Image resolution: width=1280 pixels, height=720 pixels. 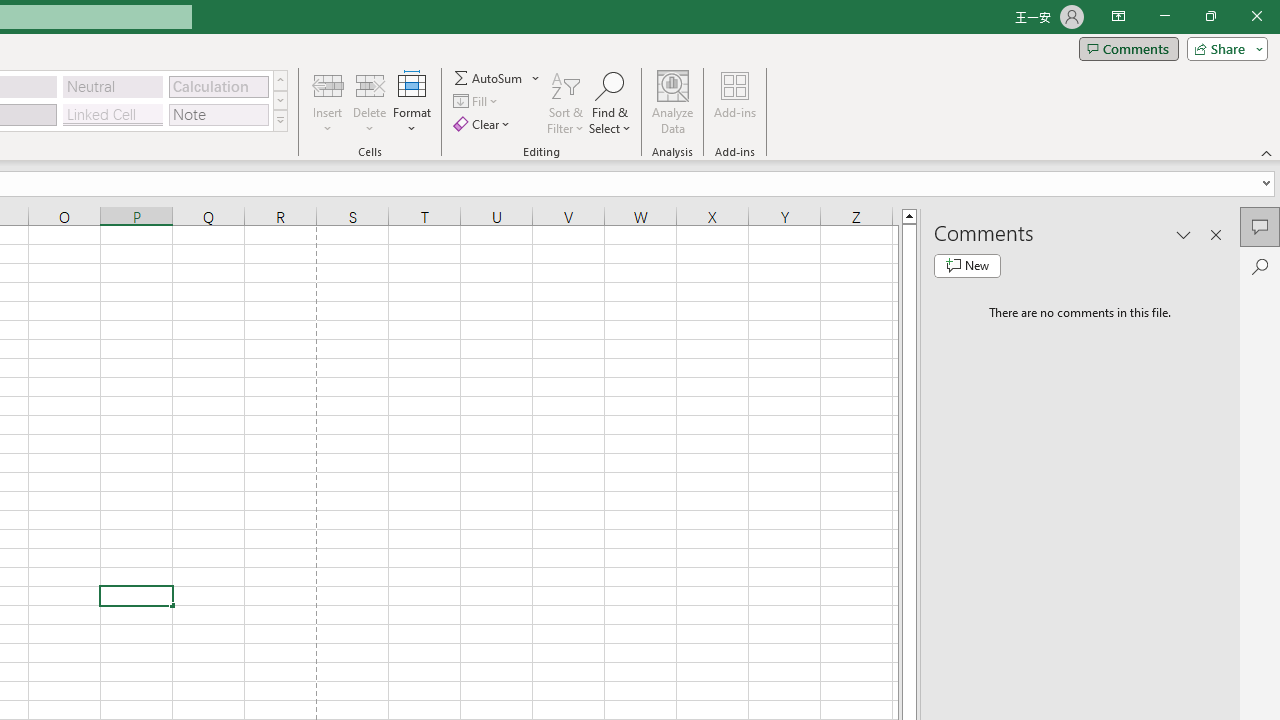 What do you see at coordinates (565, 103) in the screenshot?
I see `'Sort & Filter'` at bounding box center [565, 103].